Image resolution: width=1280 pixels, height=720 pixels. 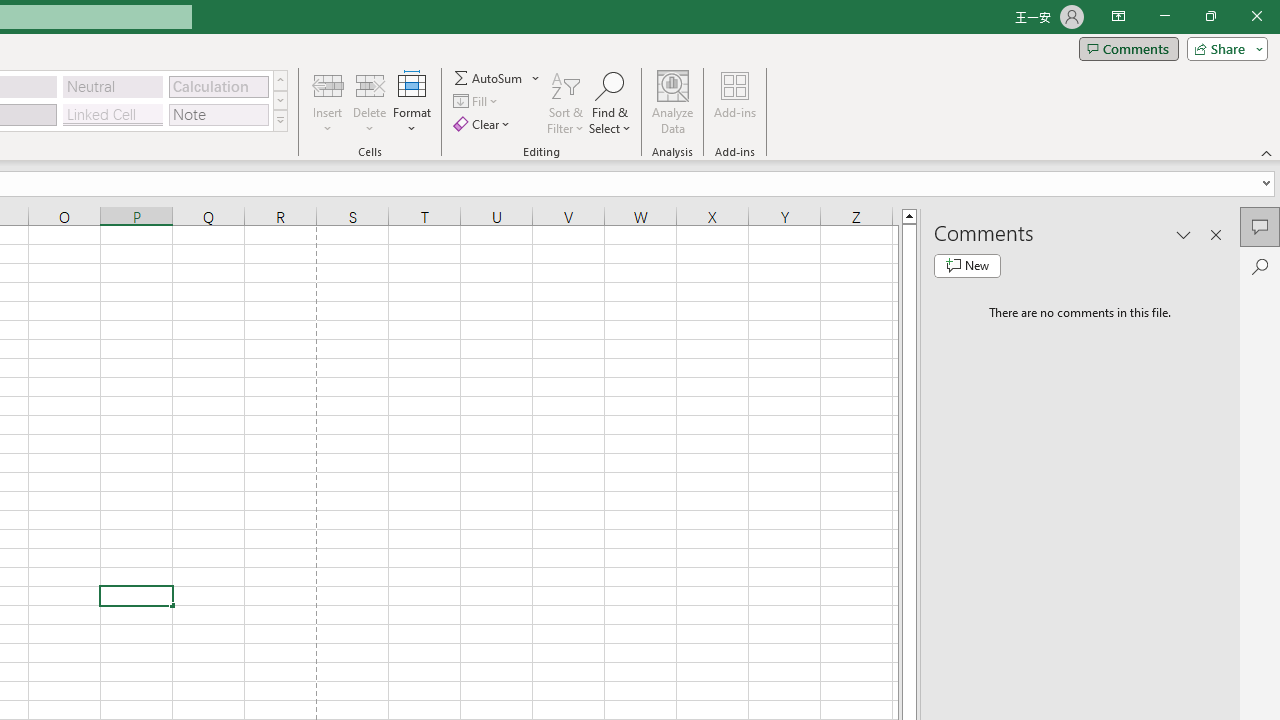 What do you see at coordinates (565, 103) in the screenshot?
I see `'Sort & Filter'` at bounding box center [565, 103].